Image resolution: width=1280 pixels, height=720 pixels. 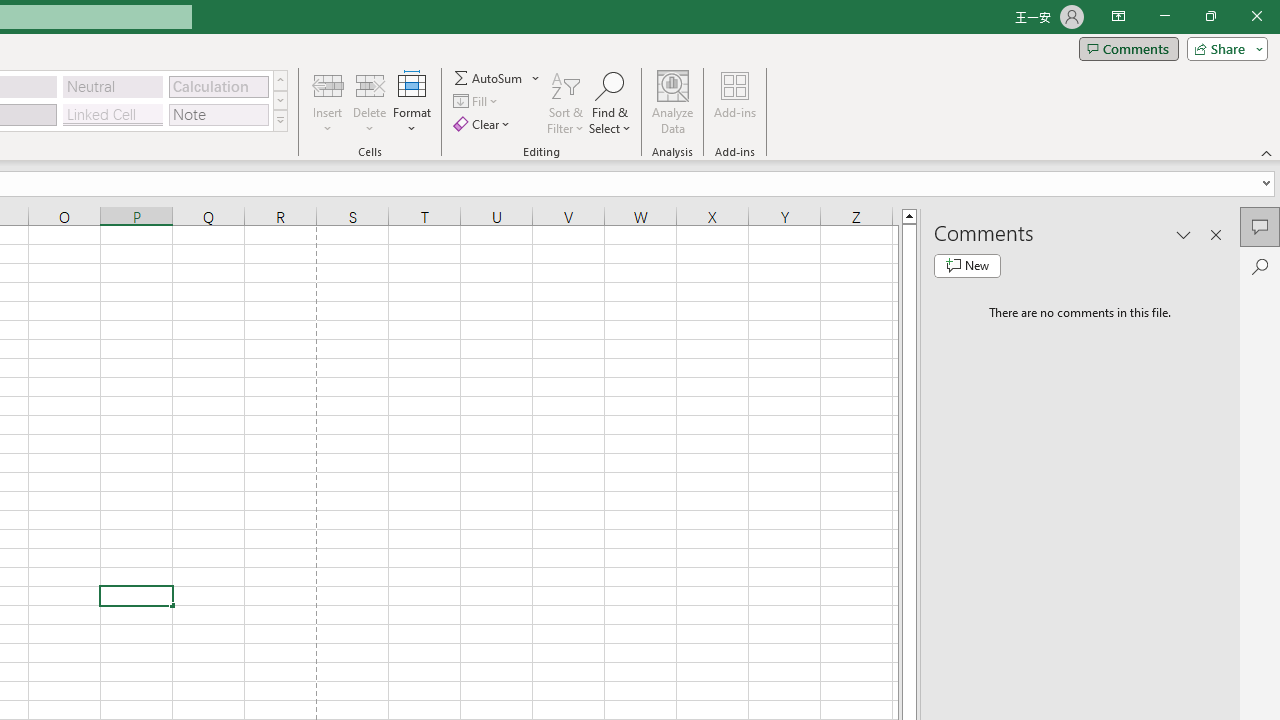 What do you see at coordinates (565, 103) in the screenshot?
I see `'Sort & Filter'` at bounding box center [565, 103].